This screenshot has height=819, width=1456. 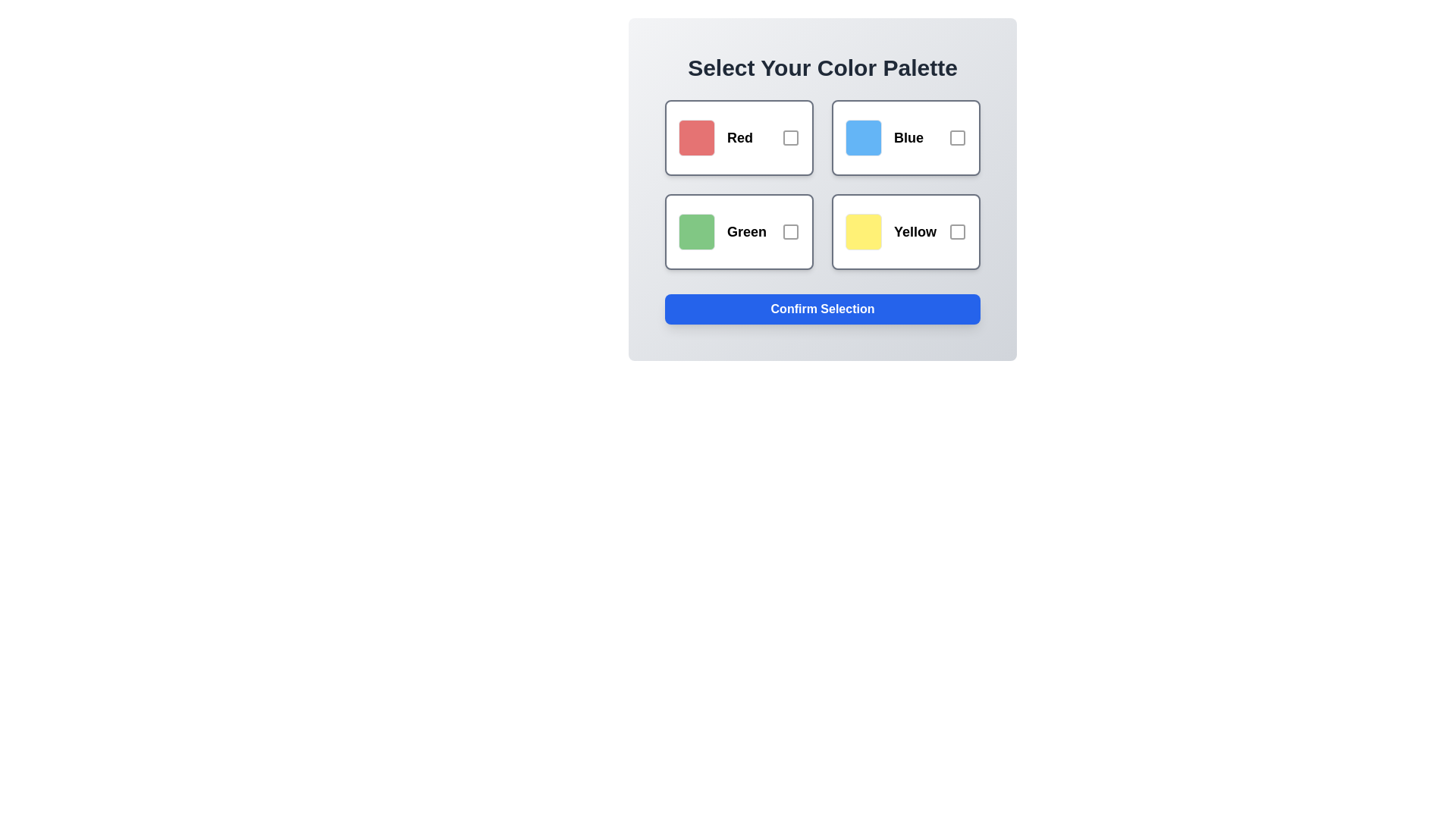 I want to click on the 'Confirm Selection' button to confirm the selected colors, so click(x=821, y=309).